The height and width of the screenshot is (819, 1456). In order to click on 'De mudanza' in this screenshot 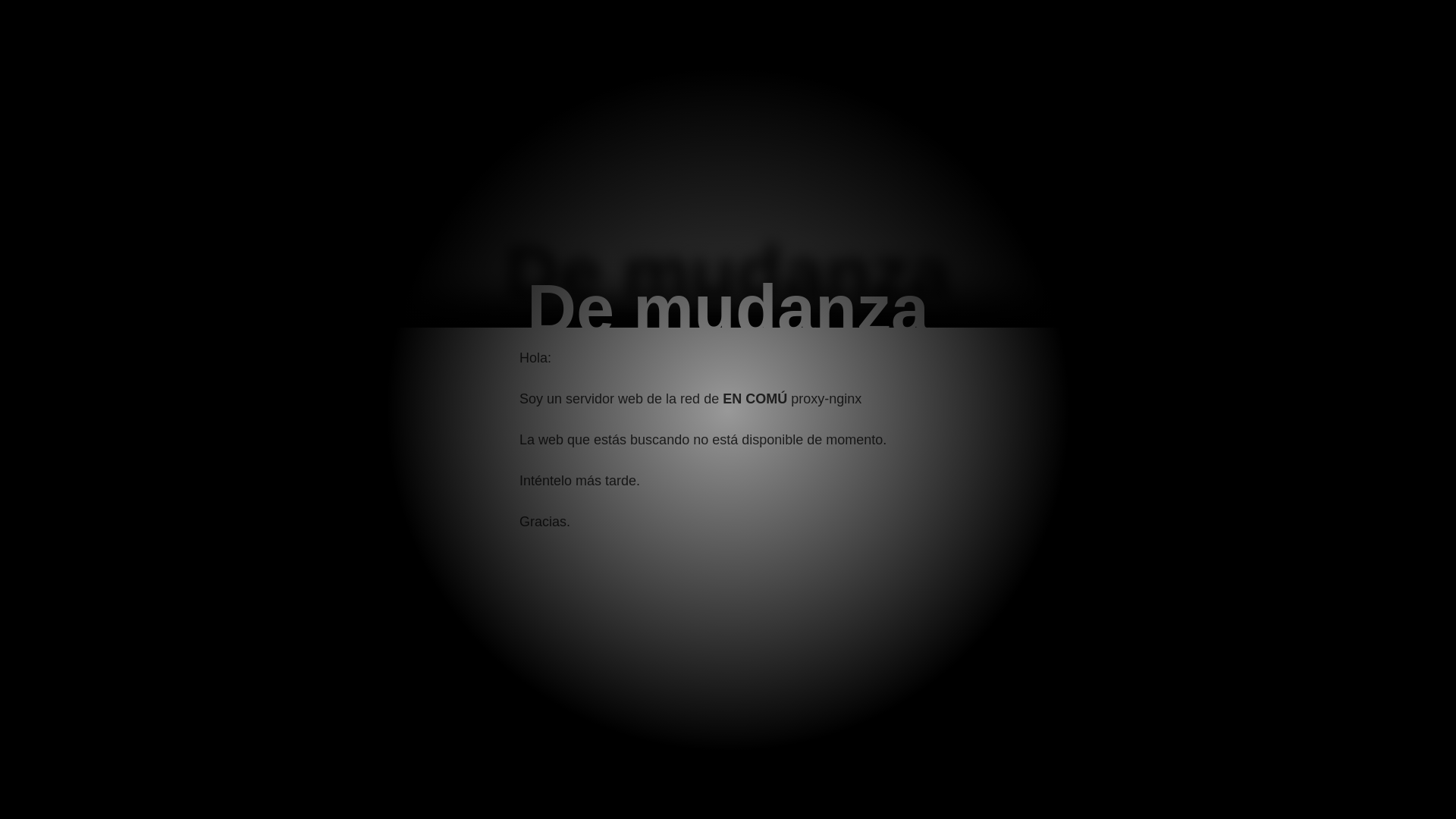, I will do `click(728, 309)`.